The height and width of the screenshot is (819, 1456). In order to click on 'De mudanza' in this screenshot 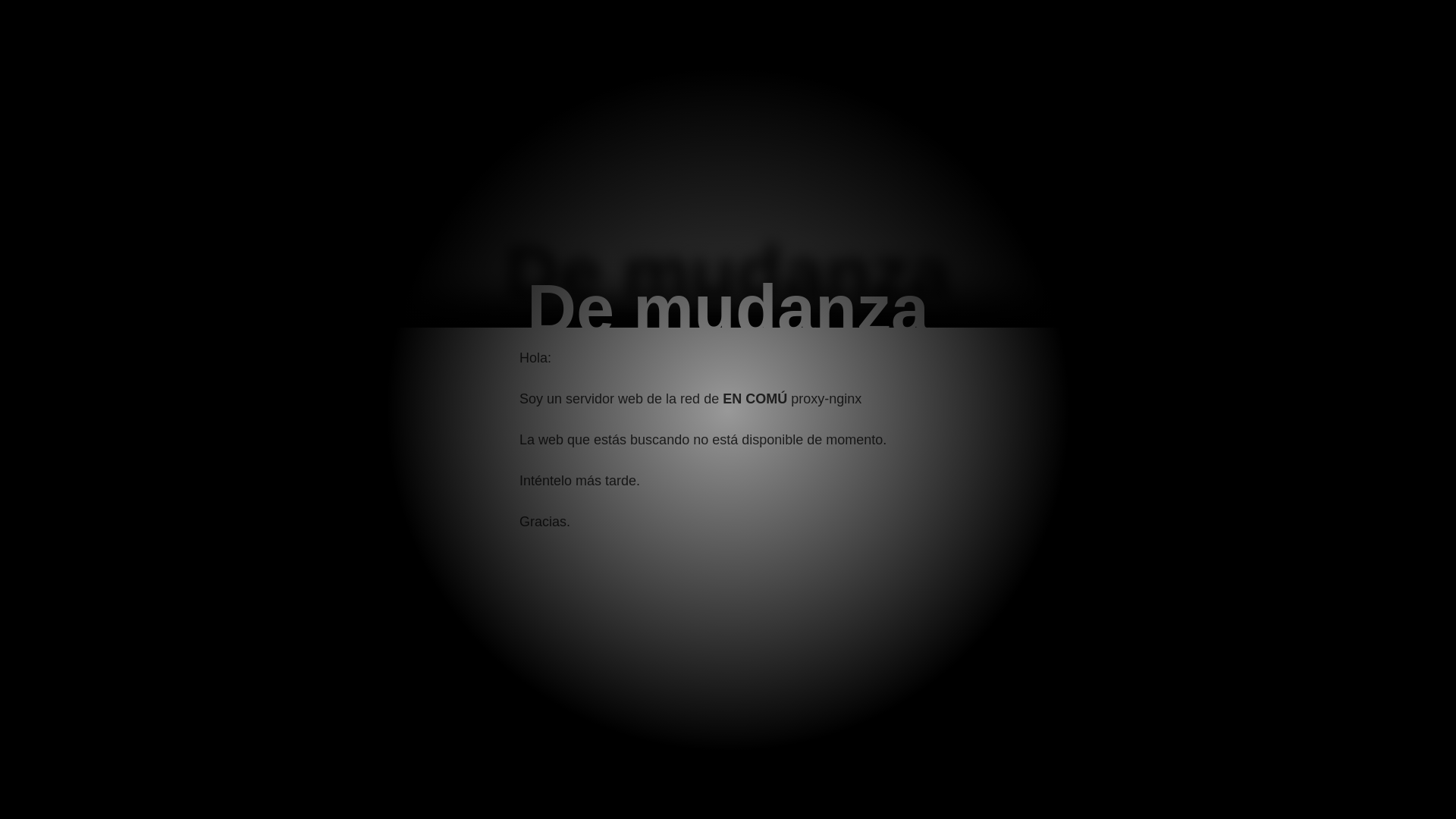, I will do `click(728, 309)`.